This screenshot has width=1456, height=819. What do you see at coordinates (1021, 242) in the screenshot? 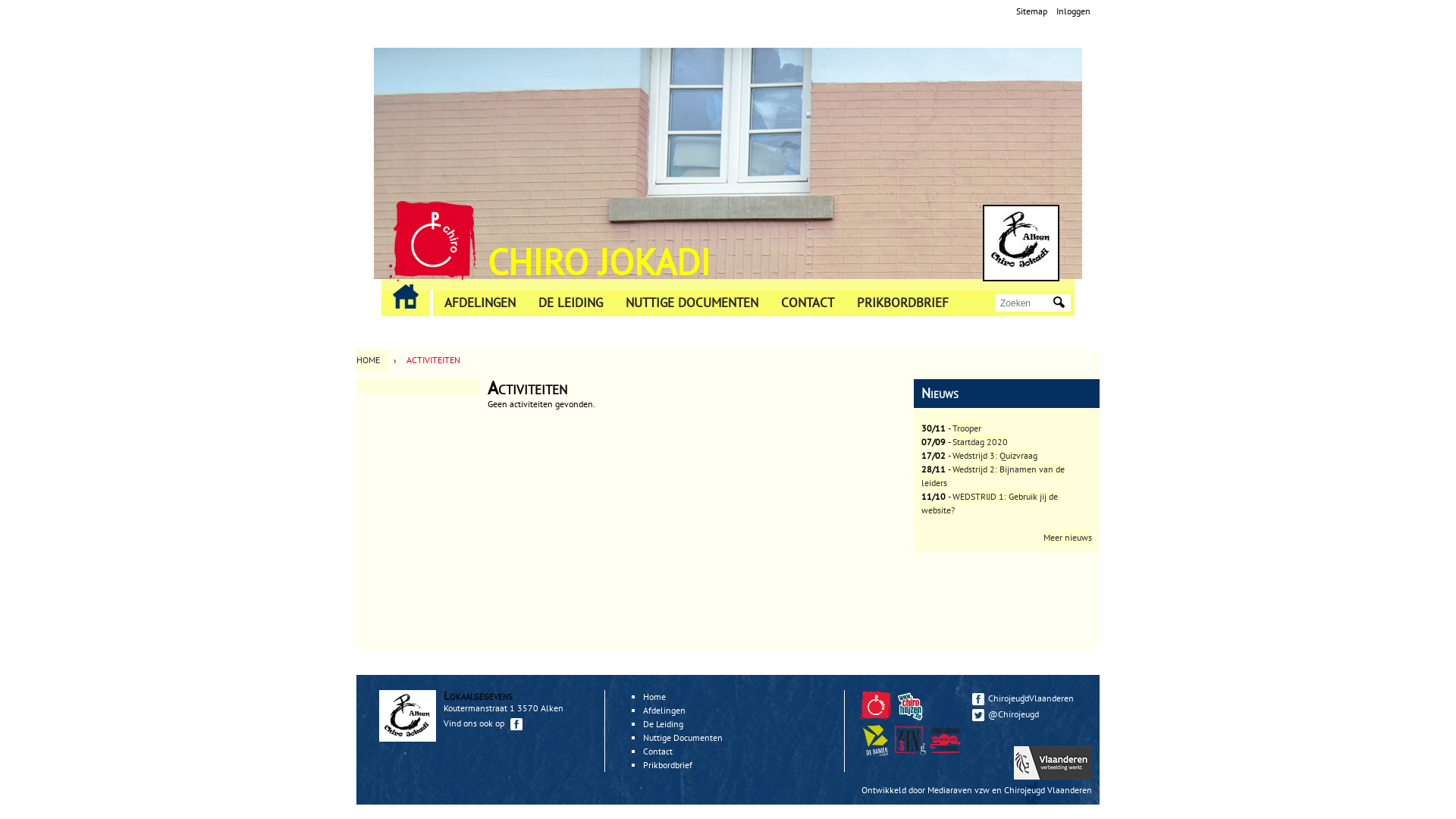
I see `'Home'` at bounding box center [1021, 242].